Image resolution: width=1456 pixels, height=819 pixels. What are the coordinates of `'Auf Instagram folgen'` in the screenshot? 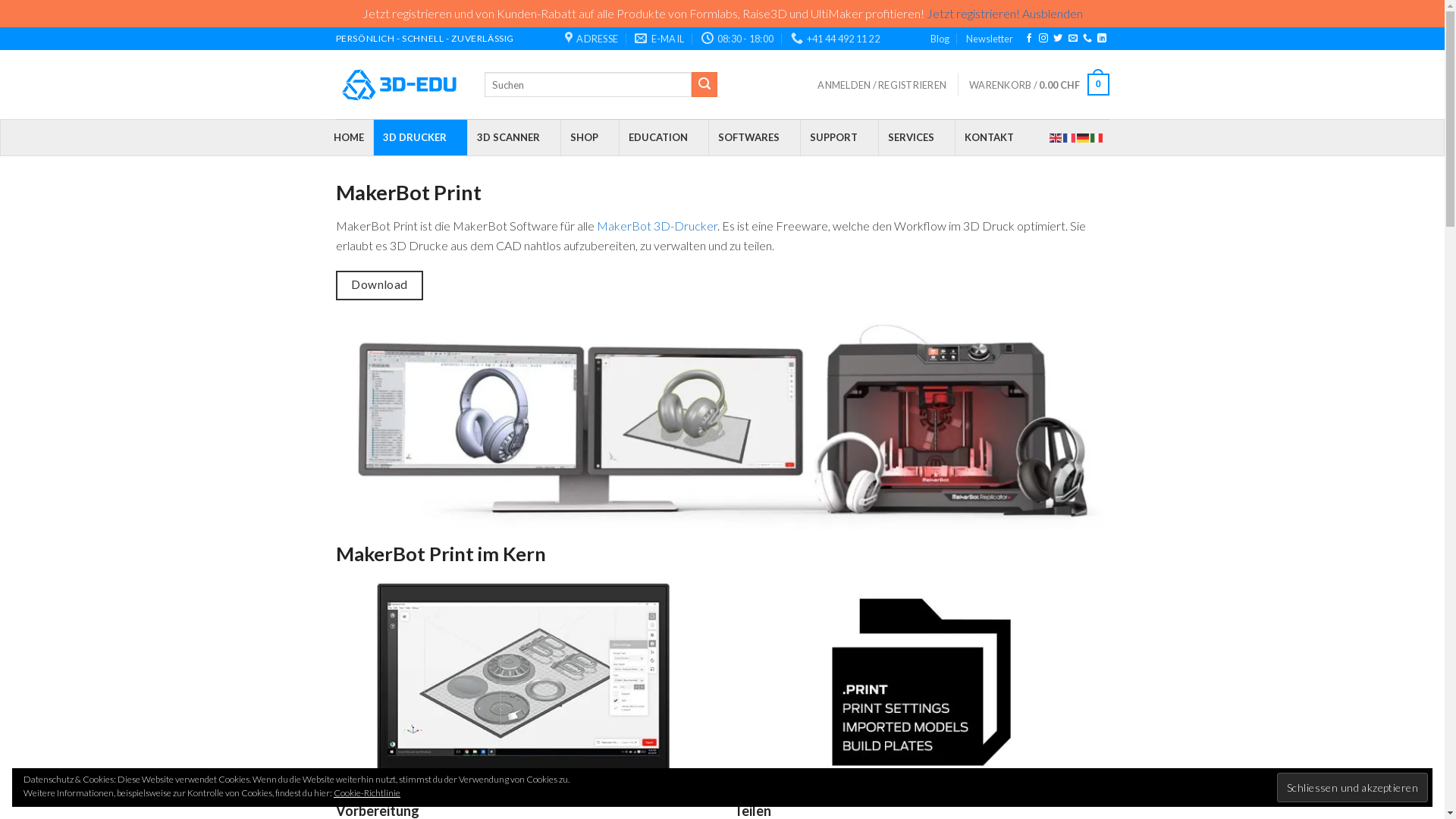 It's located at (1043, 37).